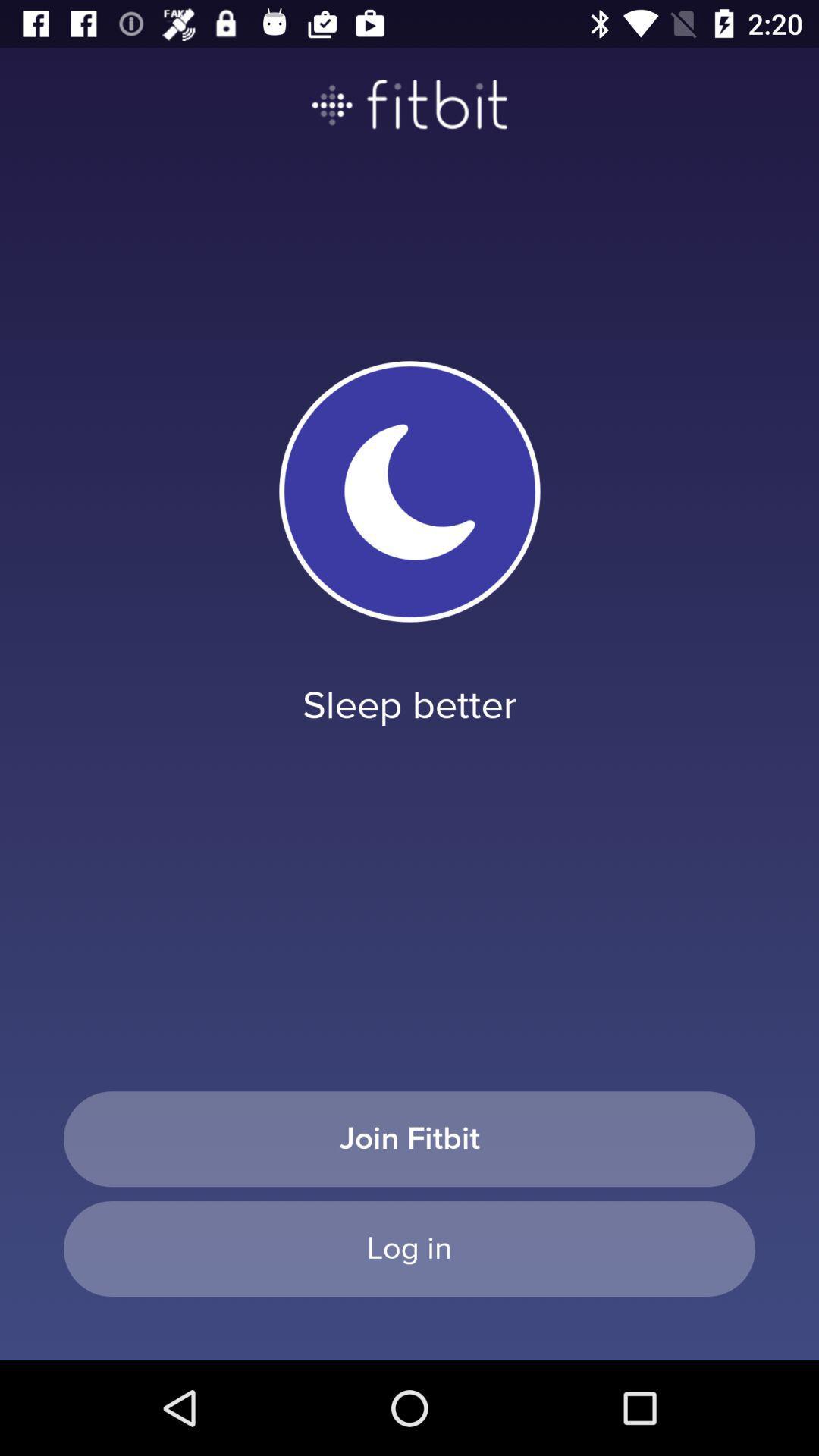 This screenshot has width=819, height=1456. What do you see at coordinates (409, 1139) in the screenshot?
I see `icon below sleep better item` at bounding box center [409, 1139].